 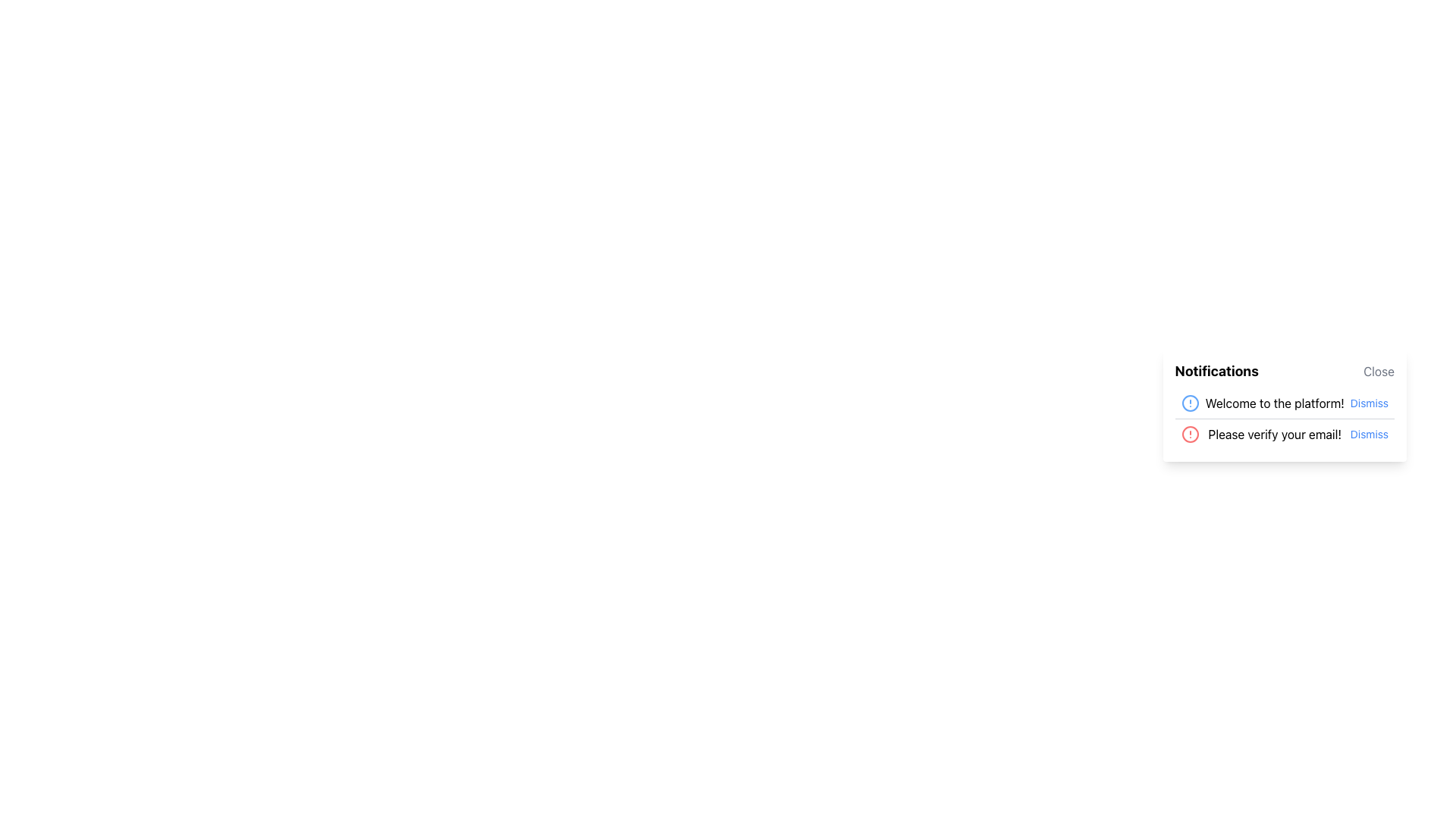 I want to click on the text element that informs the user about the need to verify their email address in the second row of the notification list, located between an alert icon and a dismiss link, so click(x=1274, y=435).